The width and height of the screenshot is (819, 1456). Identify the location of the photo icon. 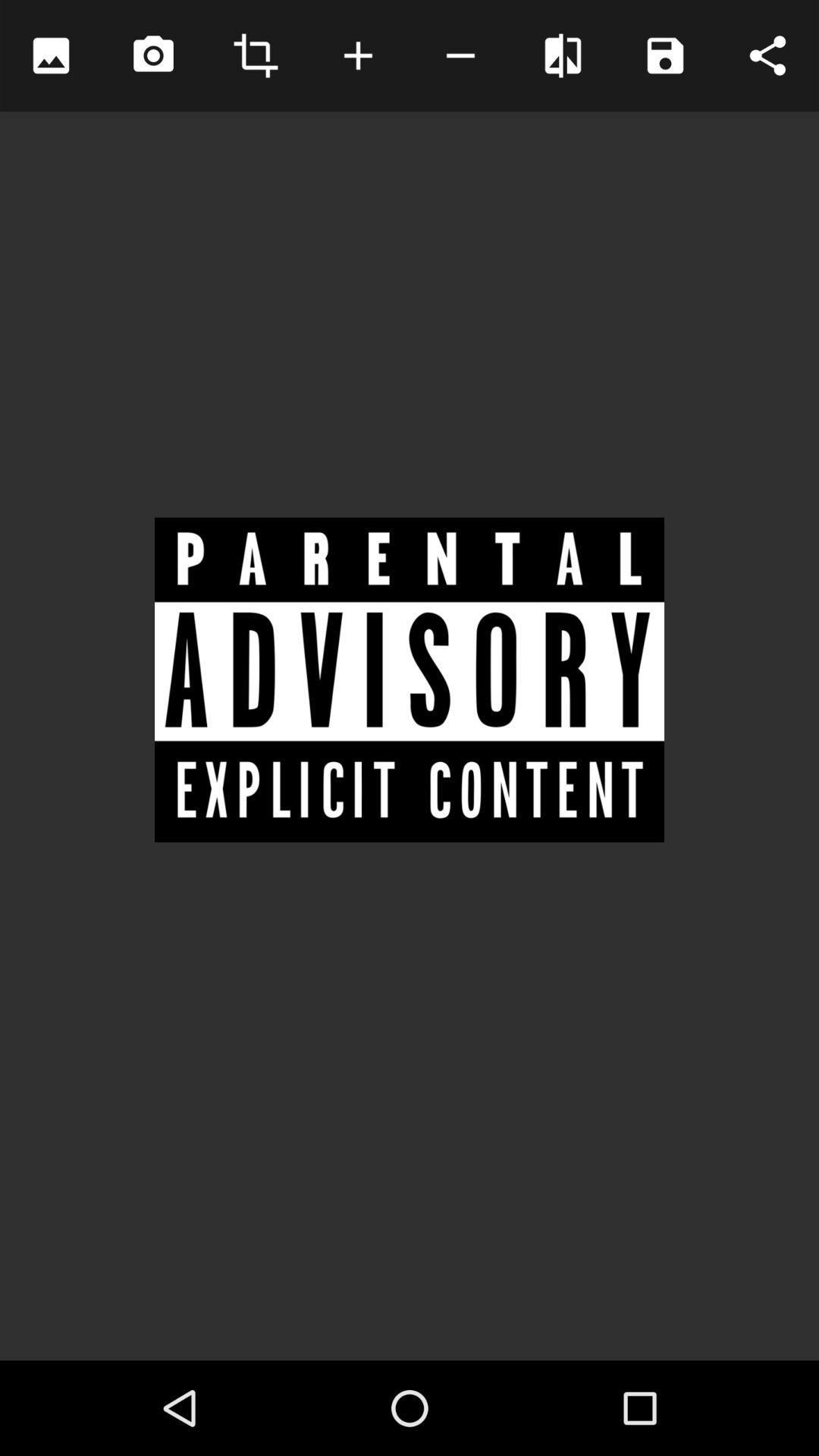
(153, 55).